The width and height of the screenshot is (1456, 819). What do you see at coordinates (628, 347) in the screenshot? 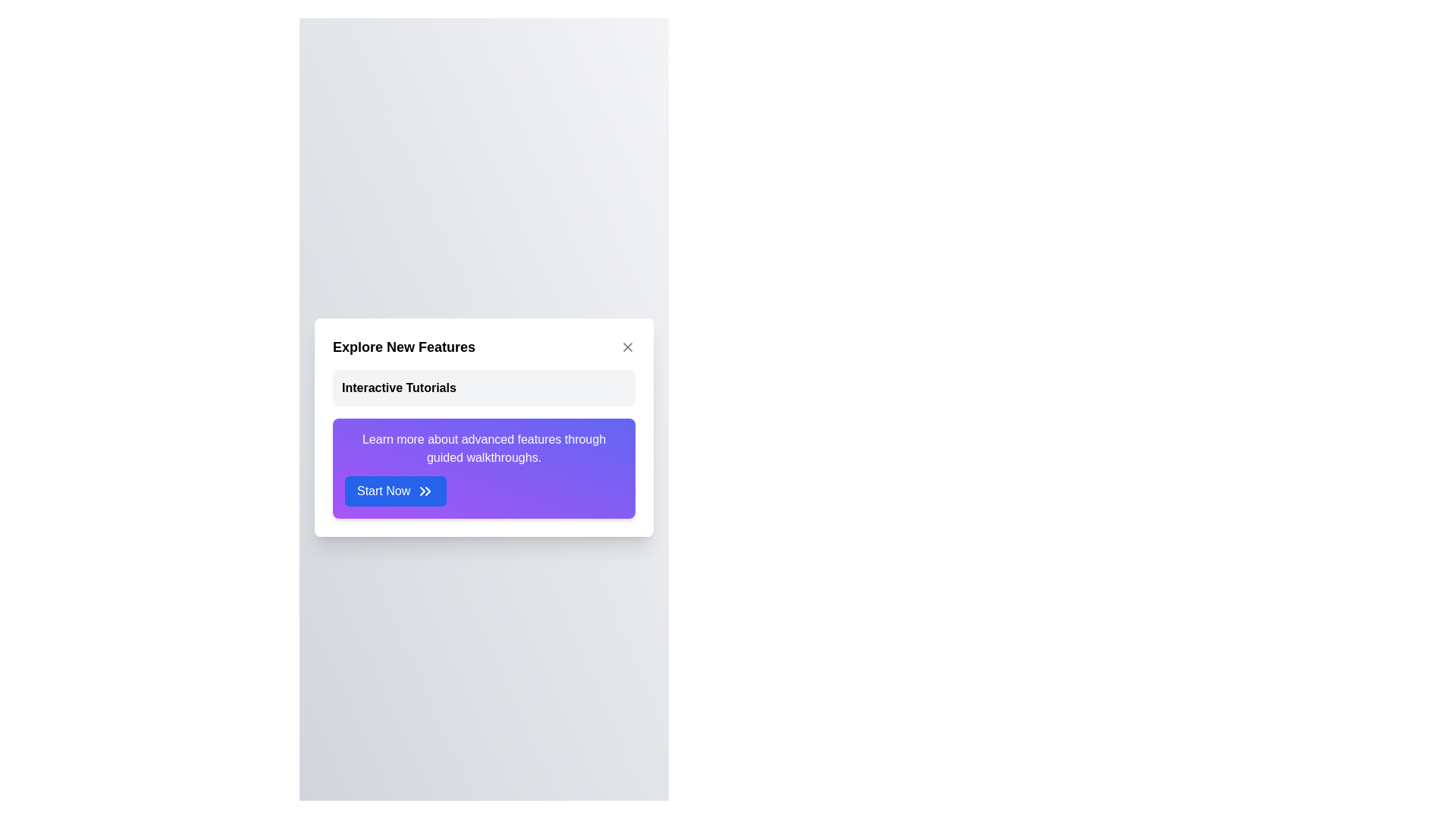
I see `the close button, which is a small square icon with an 'X' mark, located to the far-right of the headline text 'Explore New Features' in the top section of the pop-up` at bounding box center [628, 347].